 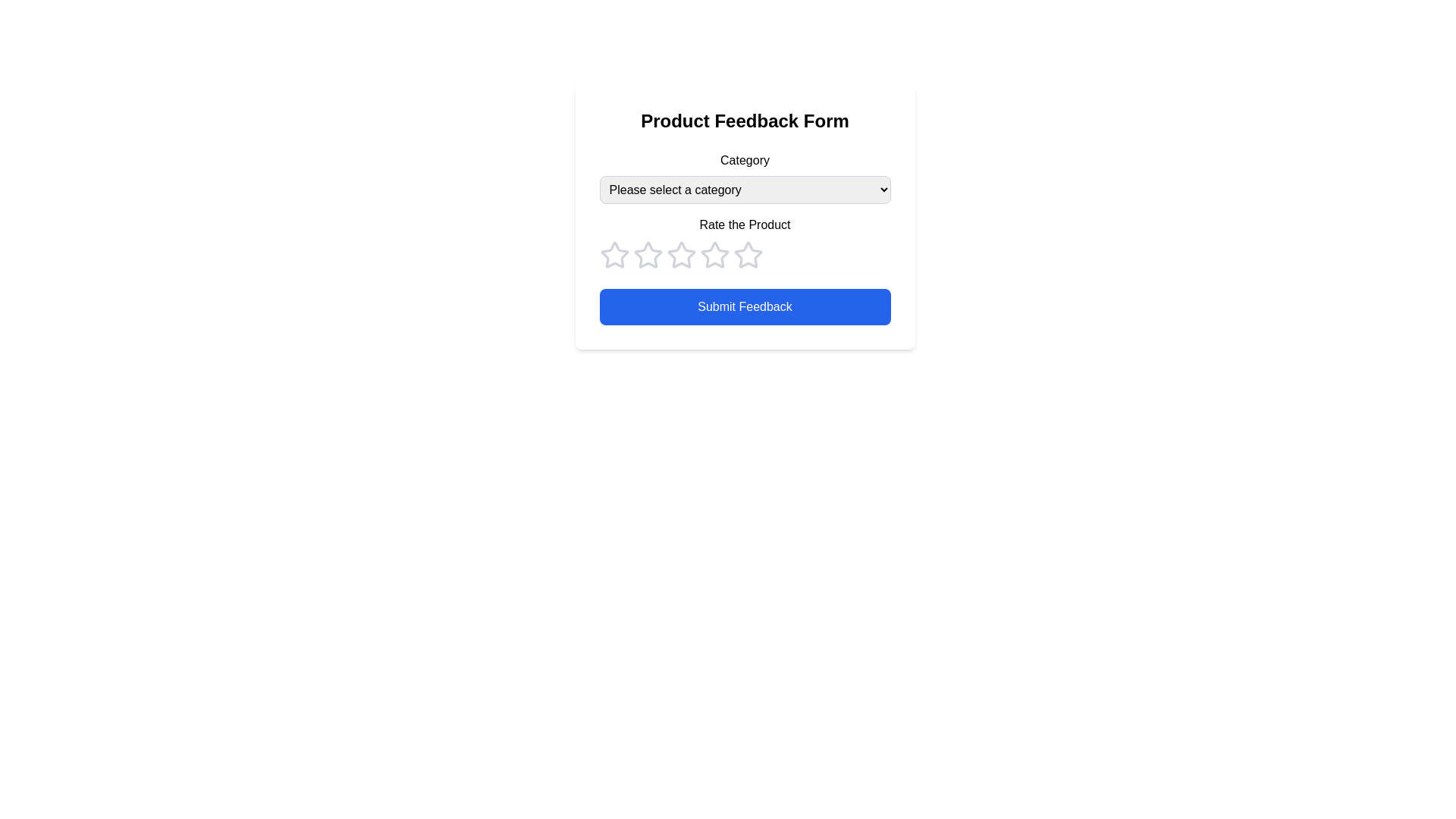 I want to click on the interactive rating stars located below the 'Category' dropdown, so click(x=745, y=242).